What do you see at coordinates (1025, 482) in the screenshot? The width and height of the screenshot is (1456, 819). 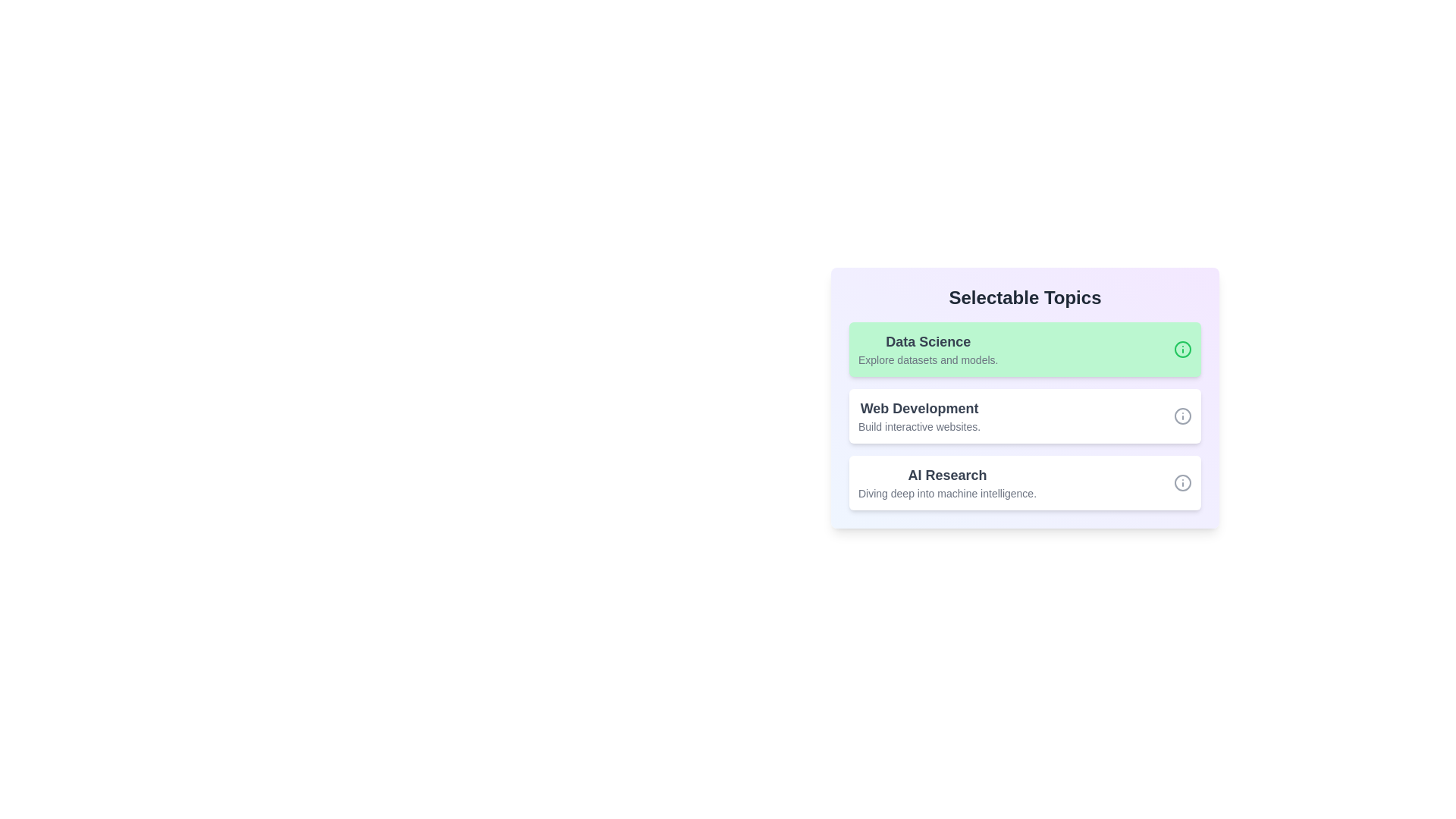 I see `the topic AI Research by clicking on it` at bounding box center [1025, 482].